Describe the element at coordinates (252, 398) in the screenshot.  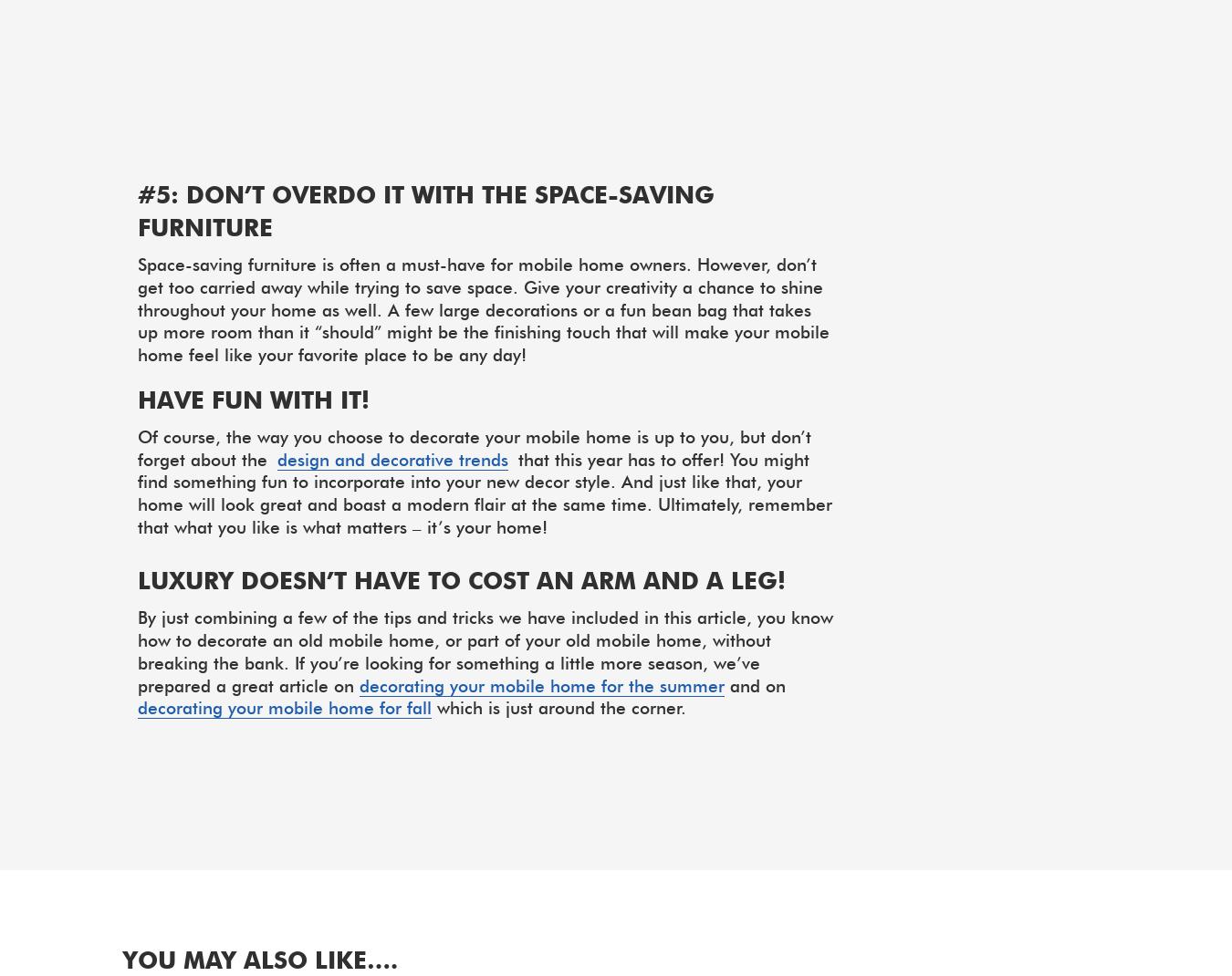
I see `'HAVE FUN WITH IT!'` at that location.